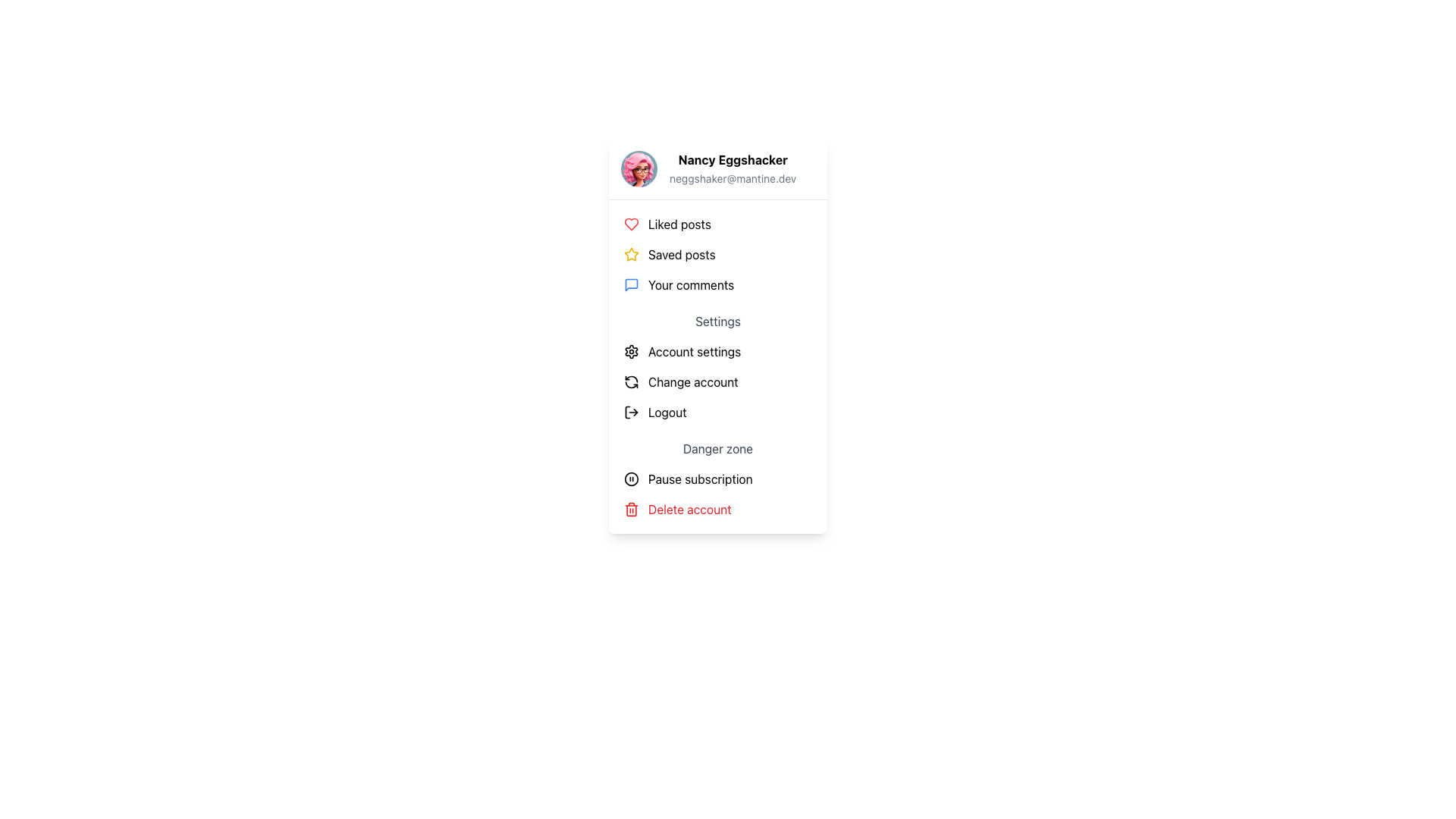 Image resolution: width=1456 pixels, height=819 pixels. What do you see at coordinates (733, 177) in the screenshot?
I see `the static text element displaying the email address 'neggshaker@mantine.dev', which is positioned below the bold name 'Nancy Eggshacker' in the user profile menu` at bounding box center [733, 177].